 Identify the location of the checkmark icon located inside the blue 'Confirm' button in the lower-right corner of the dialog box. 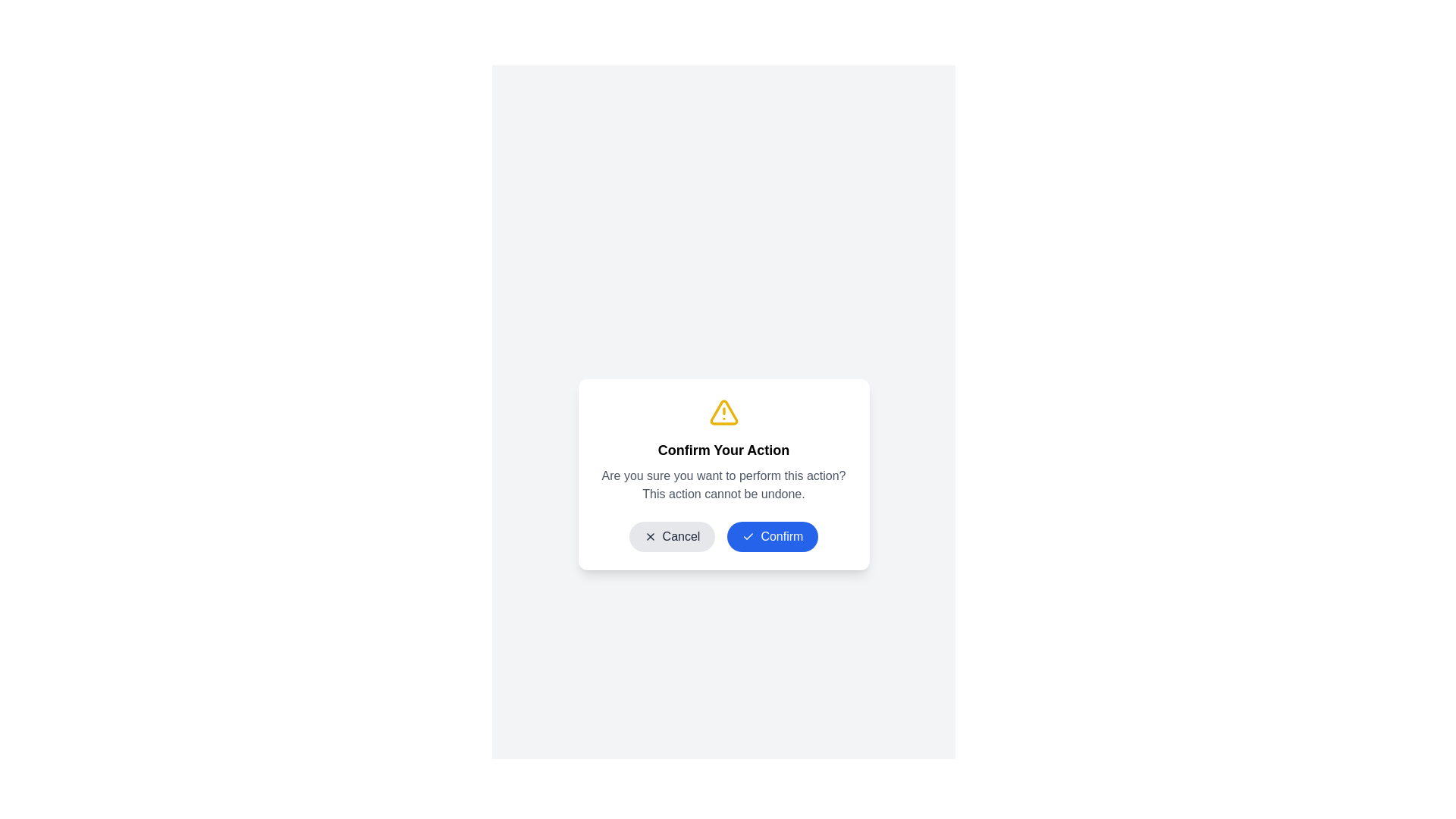
(748, 536).